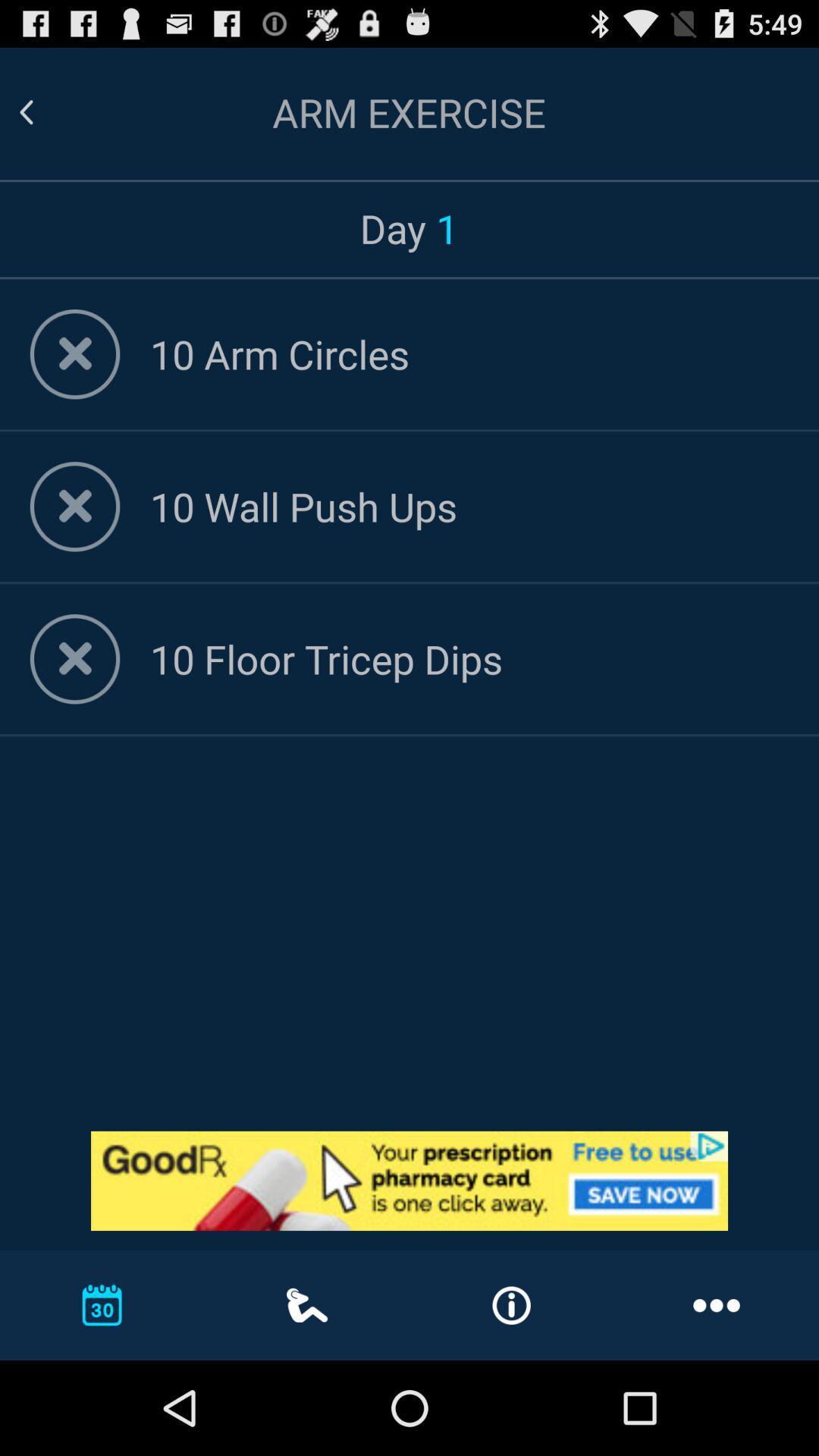 This screenshot has height=1456, width=819. I want to click on remove exercise, so click(75, 507).